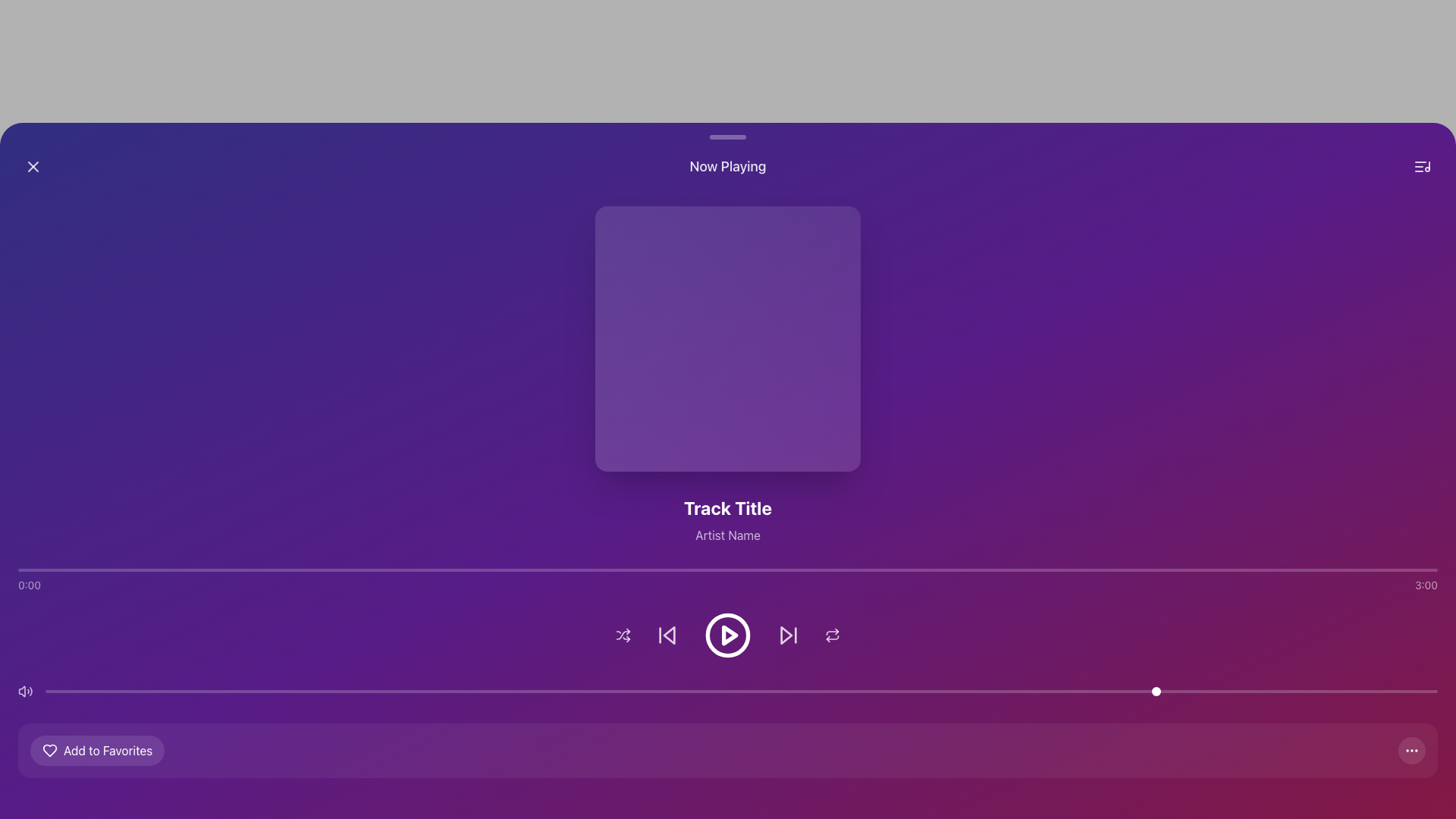 This screenshot has height=819, width=1456. I want to click on the progress bar or timeline tracker located at the bottom of the main content section, positioned between the time labels '0:00' and '3:00', so click(728, 570).